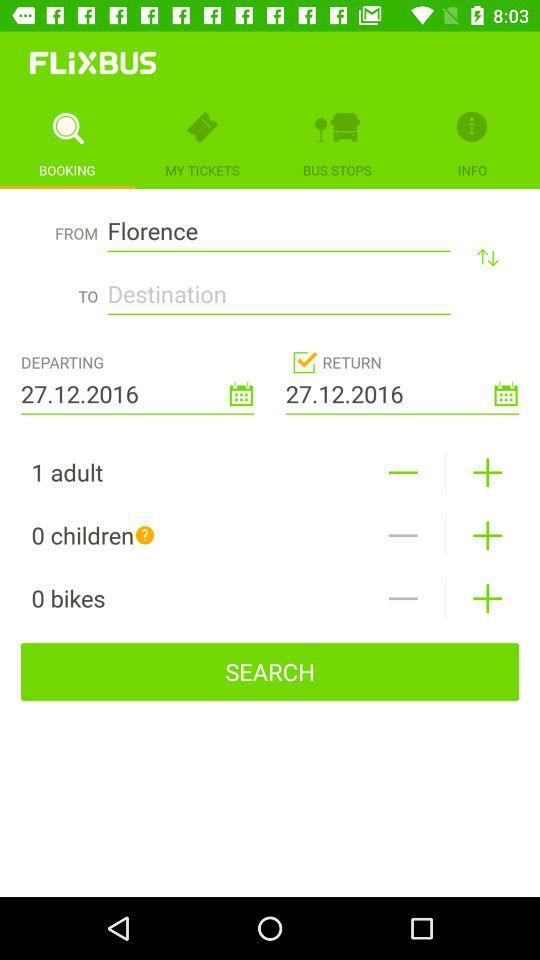  I want to click on the add icon, so click(486, 598).